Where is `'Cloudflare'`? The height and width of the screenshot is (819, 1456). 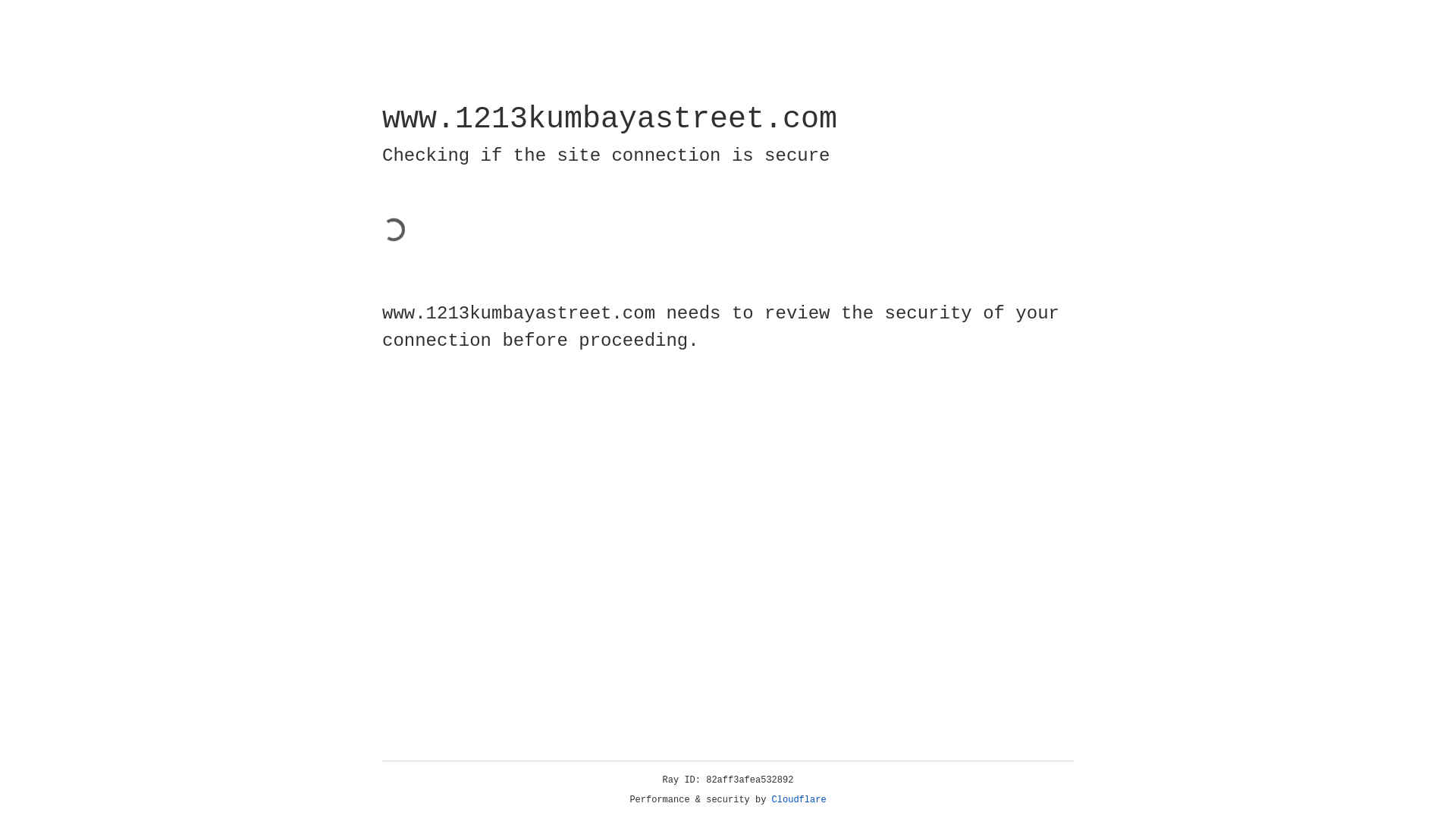
'Cloudflare' is located at coordinates (799, 799).